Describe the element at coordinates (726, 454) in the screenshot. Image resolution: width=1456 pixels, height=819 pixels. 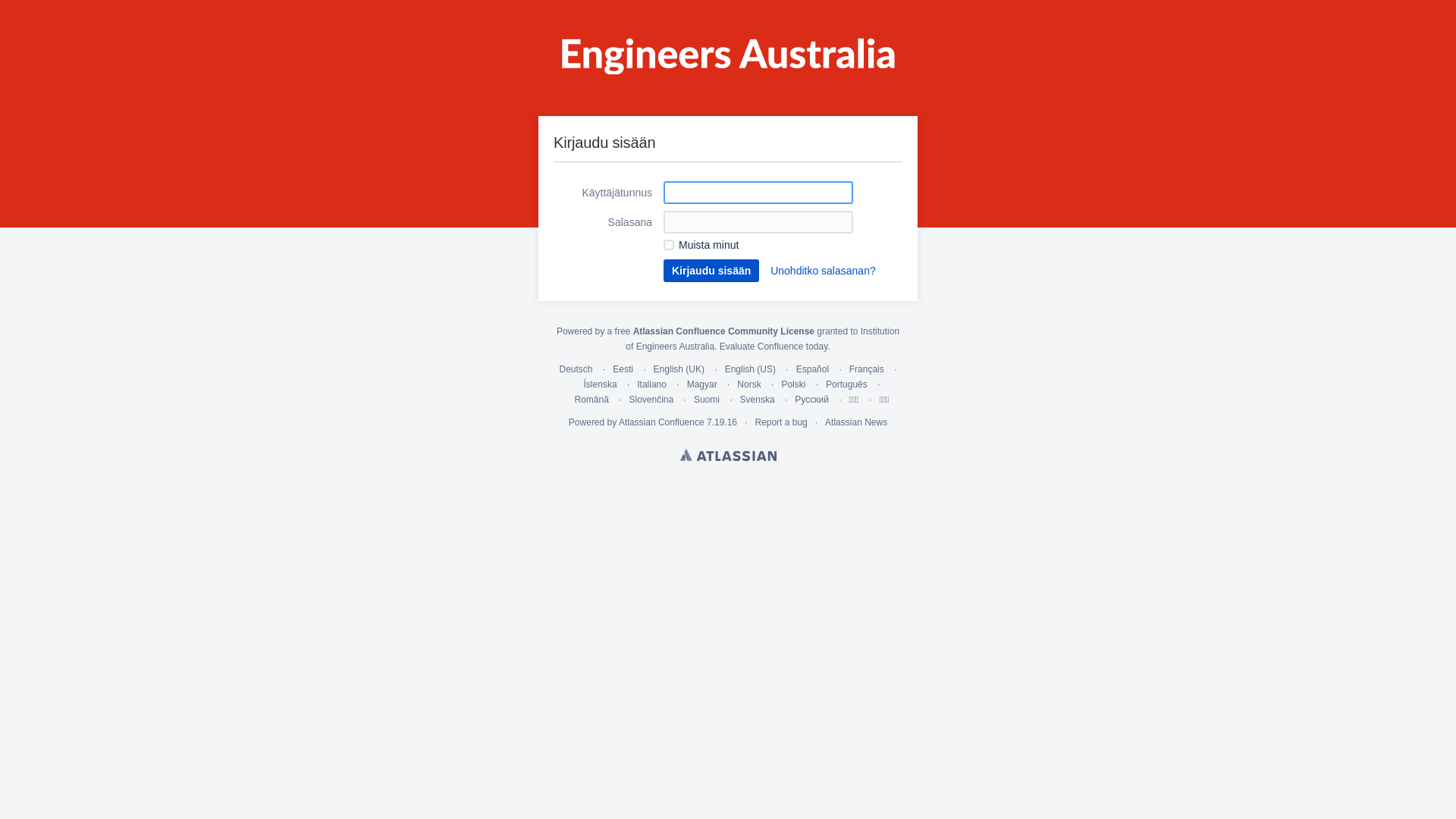
I see `'Atlassian'` at that location.